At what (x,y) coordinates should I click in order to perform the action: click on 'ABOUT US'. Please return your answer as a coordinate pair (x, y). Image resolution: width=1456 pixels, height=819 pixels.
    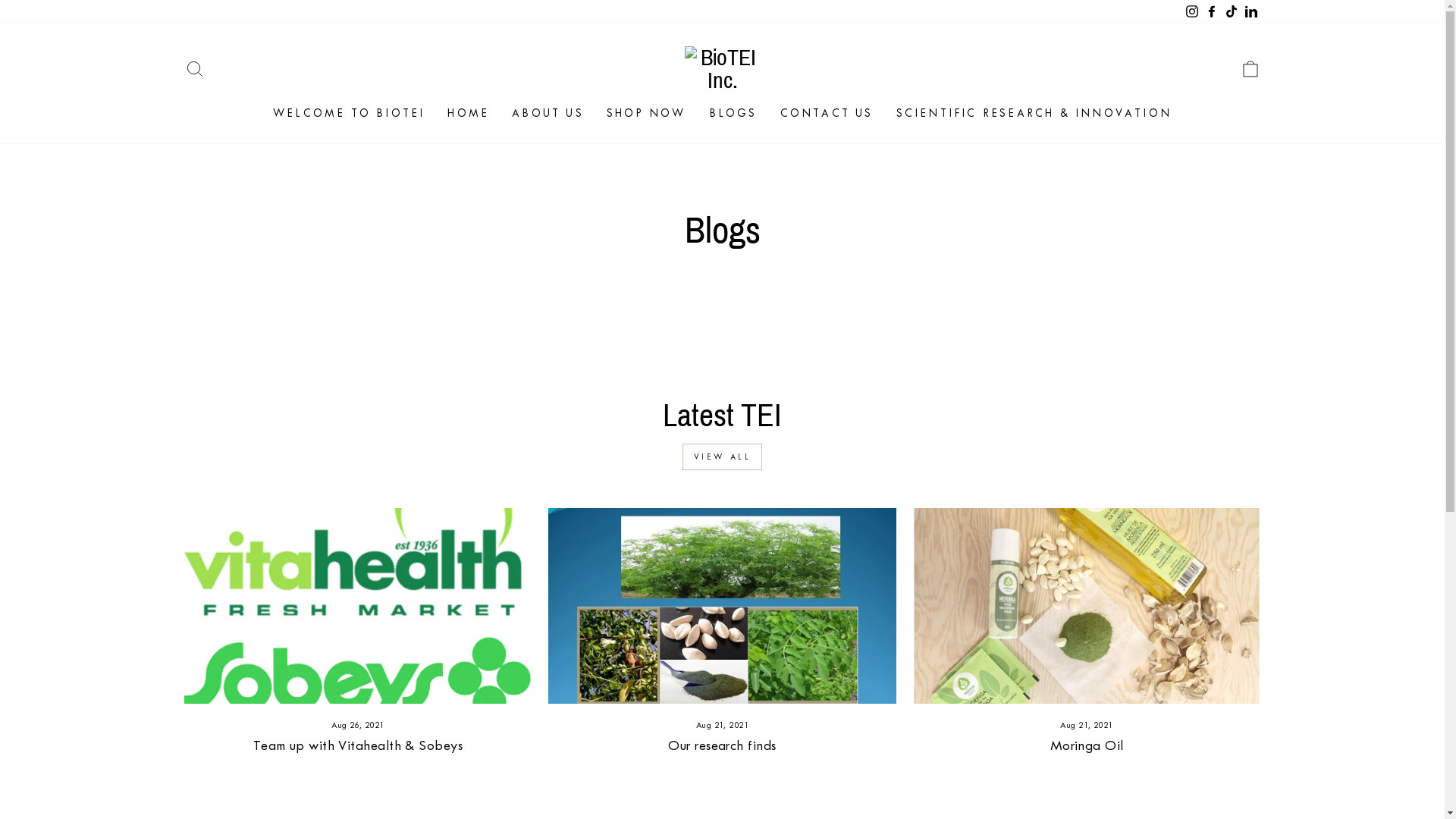
    Looking at the image, I should click on (500, 112).